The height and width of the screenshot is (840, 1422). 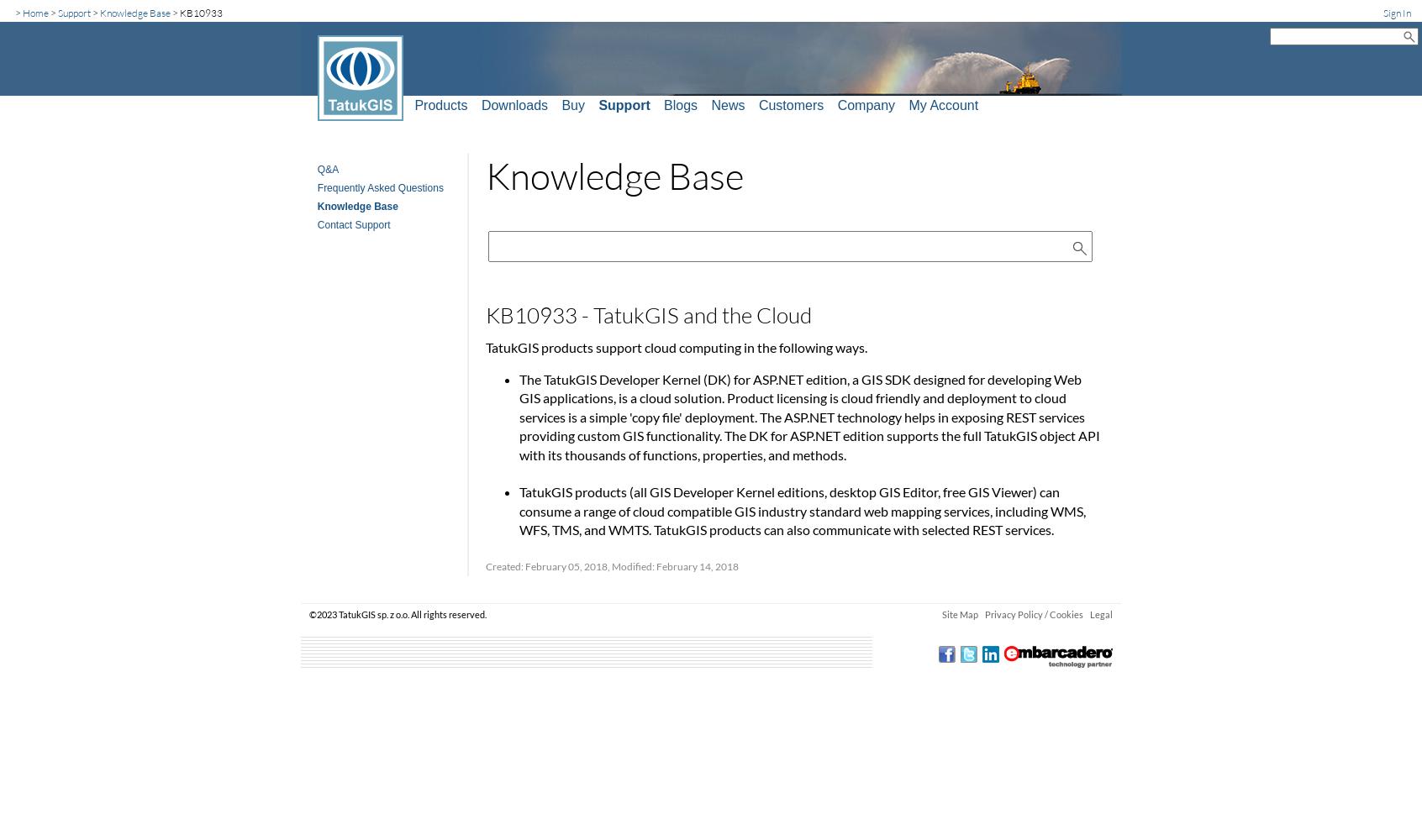 I want to click on 'The TatukGIS Developer Kernel (DK) for ASP.NET edition, a GIS SDK designed for developing Web GIS applications, is a cloud solution. Product licensing is cloud friendly and deployment to cloud services is a simple 'copy file' deployment. The ASP.NET technology helps in exposing REST services providing custom GIS functionality. The DK for ASP.NET edition supports the full TatukGIS object API with its thousands of functions, properties, and methods.', so click(x=809, y=415).